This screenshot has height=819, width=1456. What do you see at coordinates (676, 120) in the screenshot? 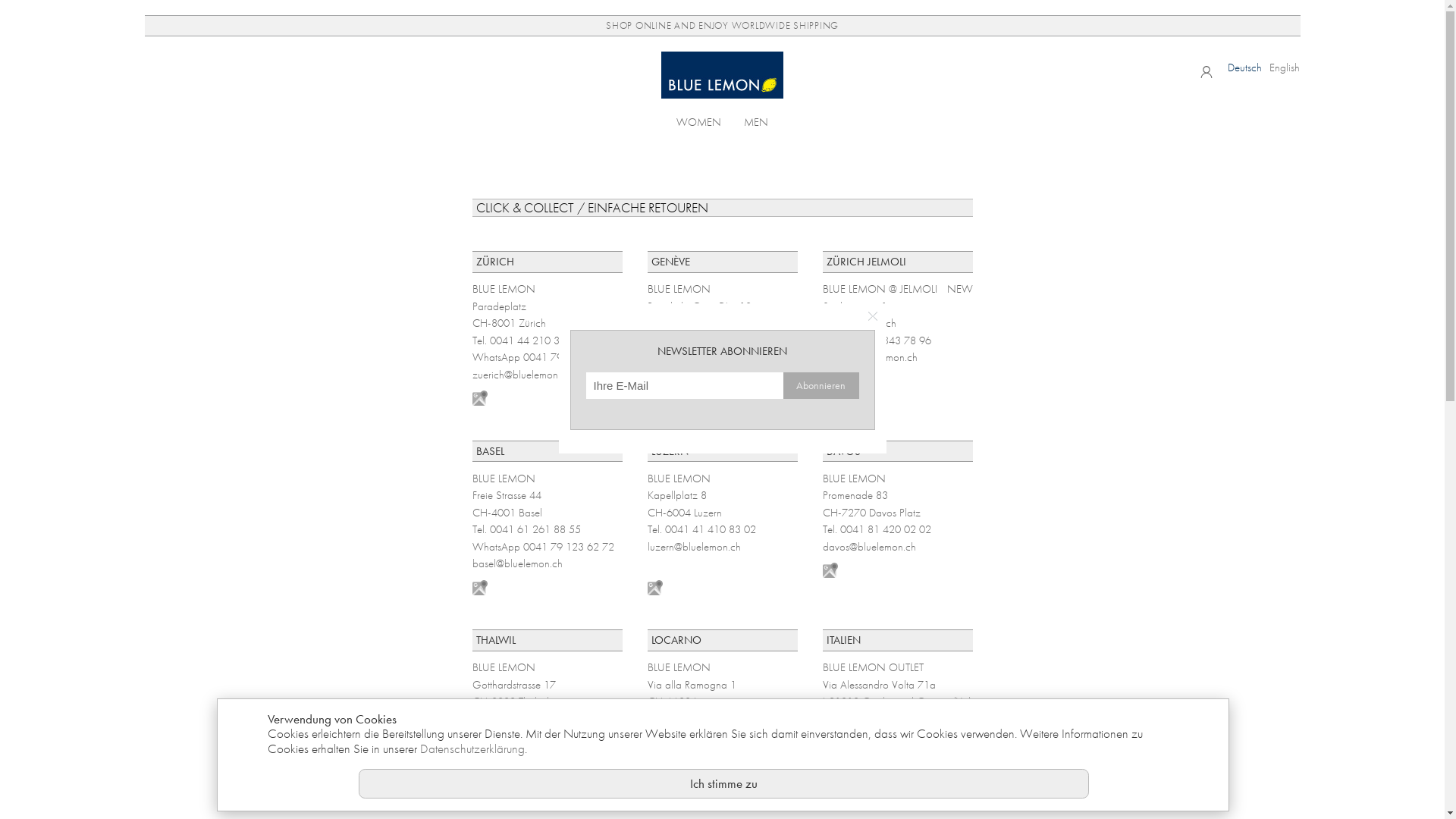
I see `'WOMEN'` at bounding box center [676, 120].